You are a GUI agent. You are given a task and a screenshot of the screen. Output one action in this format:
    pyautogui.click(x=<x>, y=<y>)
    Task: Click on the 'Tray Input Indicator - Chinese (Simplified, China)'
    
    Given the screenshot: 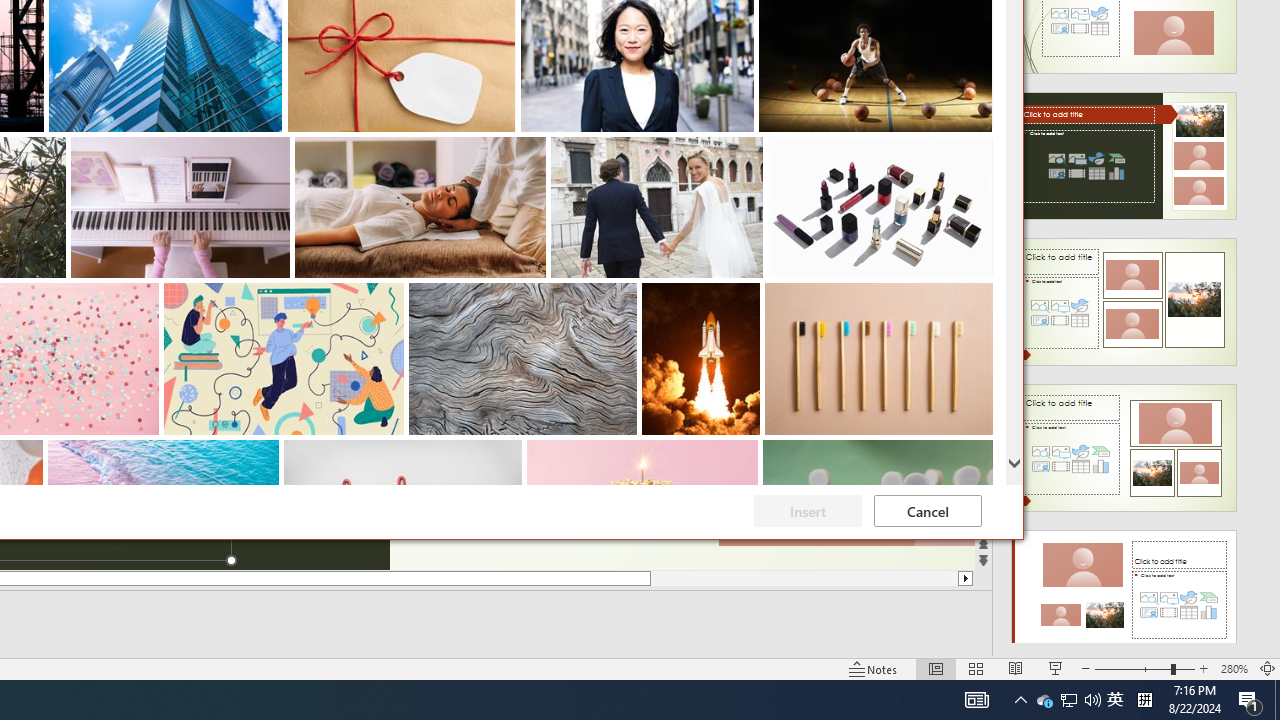 What is the action you would take?
    pyautogui.click(x=1144, y=698)
    